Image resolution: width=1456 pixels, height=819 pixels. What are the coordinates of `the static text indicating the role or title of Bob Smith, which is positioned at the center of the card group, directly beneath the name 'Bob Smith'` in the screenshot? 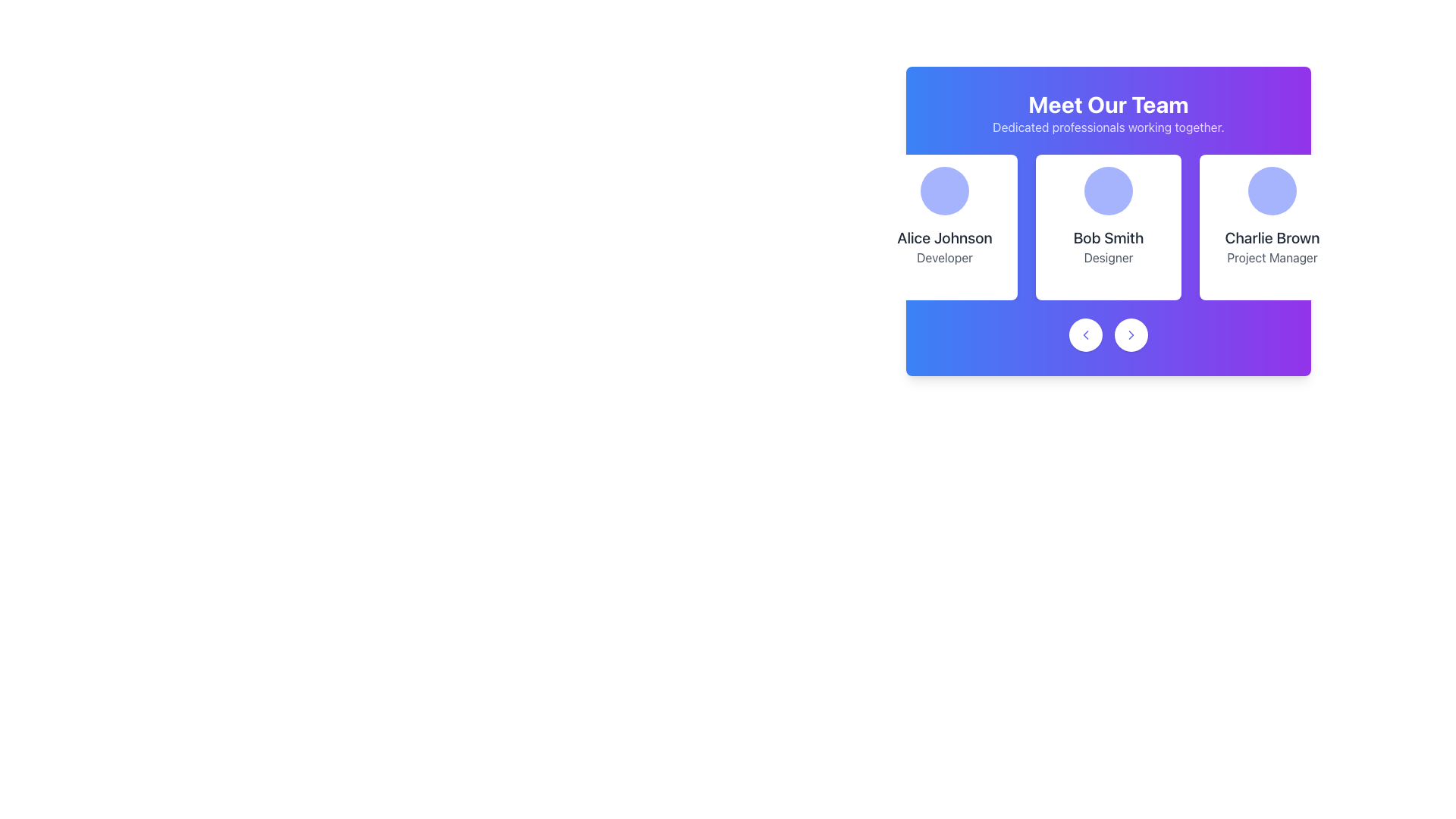 It's located at (1109, 256).